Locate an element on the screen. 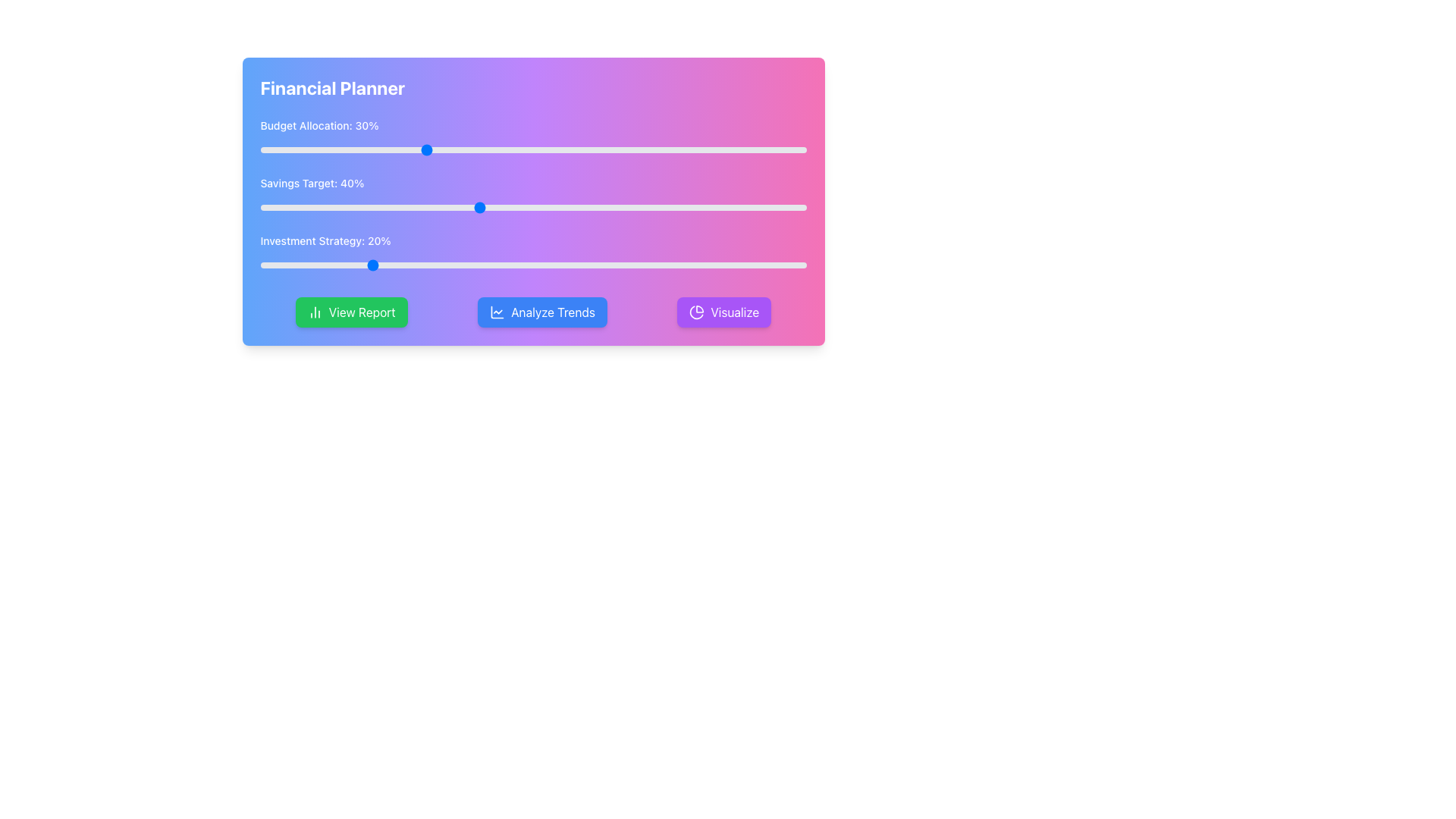 Image resolution: width=1456 pixels, height=819 pixels. the slider value is located at coordinates (506, 149).